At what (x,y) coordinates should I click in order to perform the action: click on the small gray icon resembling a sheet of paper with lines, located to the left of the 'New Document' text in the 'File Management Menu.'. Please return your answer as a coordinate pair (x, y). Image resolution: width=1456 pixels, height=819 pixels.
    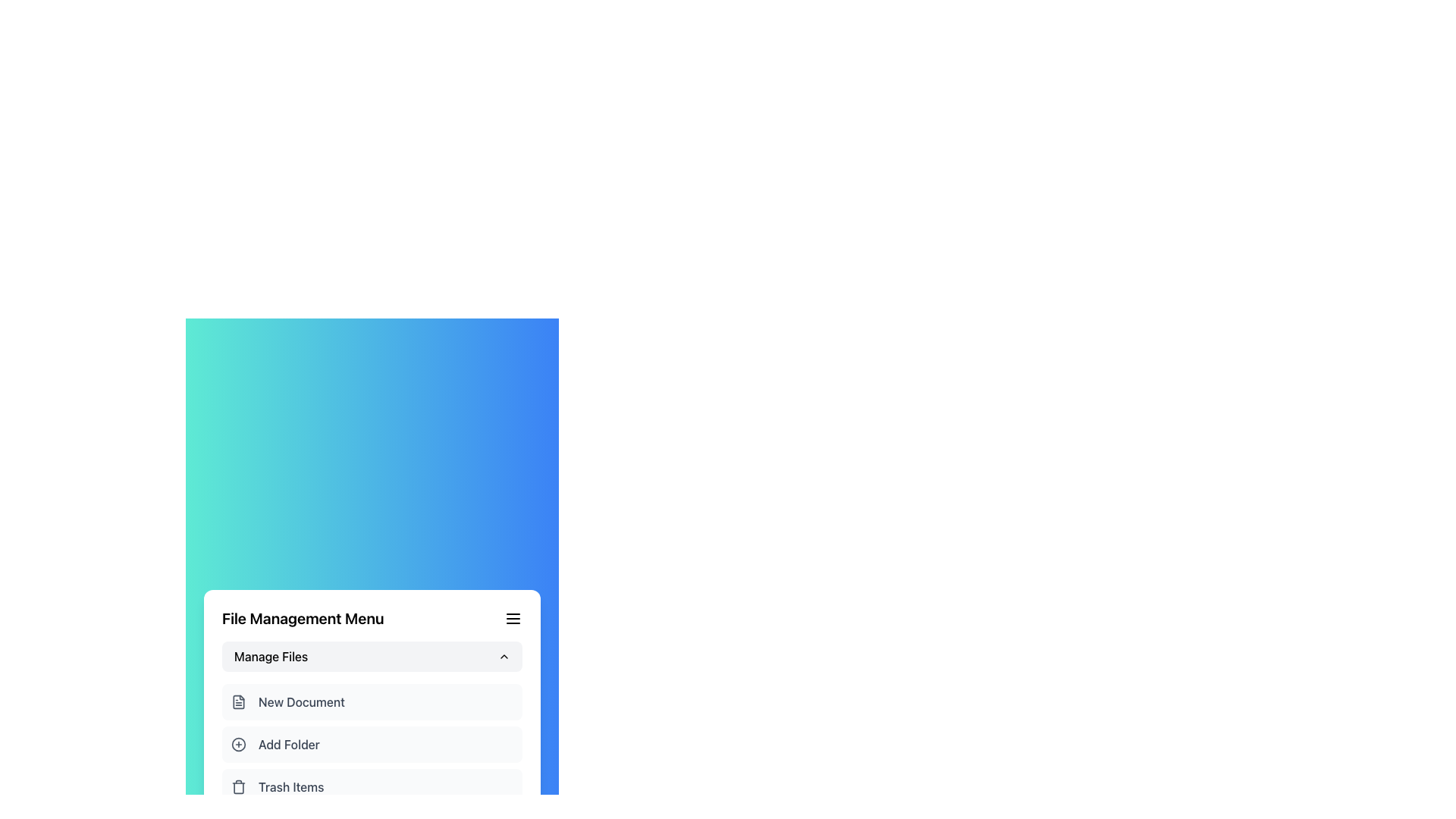
    Looking at the image, I should click on (238, 701).